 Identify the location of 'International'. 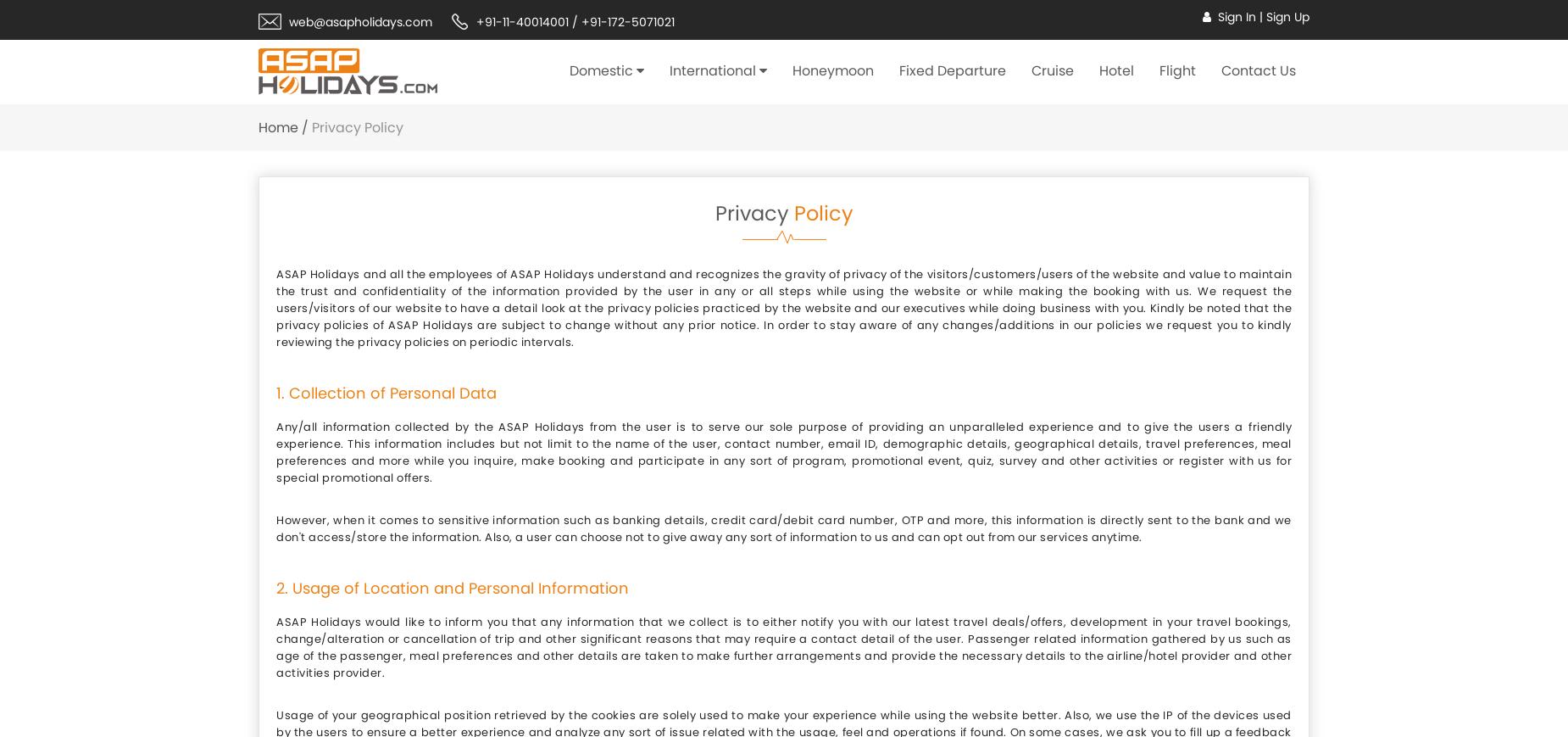
(713, 70).